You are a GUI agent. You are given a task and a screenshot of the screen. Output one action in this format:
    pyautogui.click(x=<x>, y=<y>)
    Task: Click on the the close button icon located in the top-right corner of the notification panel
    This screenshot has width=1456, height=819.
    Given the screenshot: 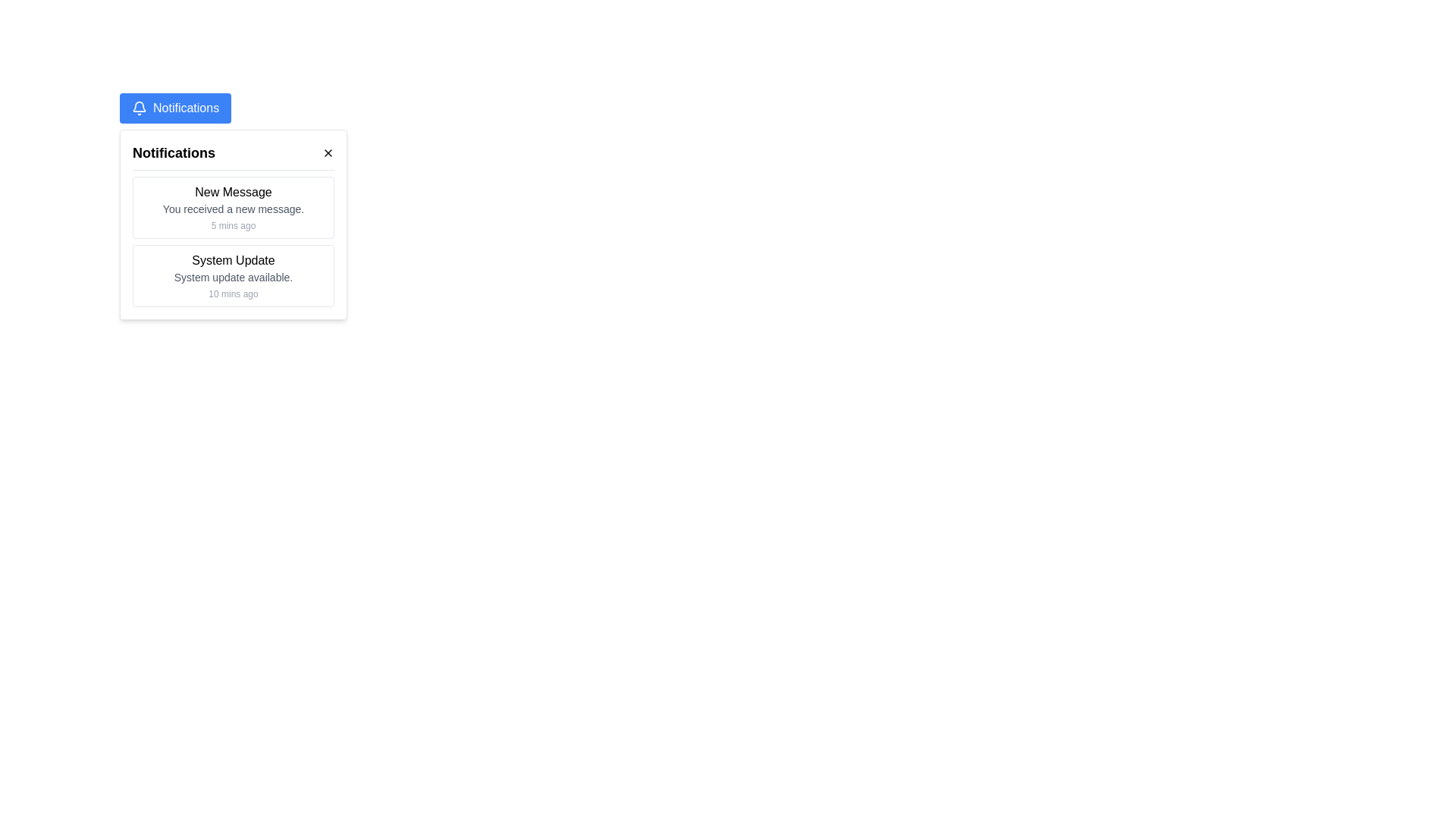 What is the action you would take?
    pyautogui.click(x=327, y=152)
    